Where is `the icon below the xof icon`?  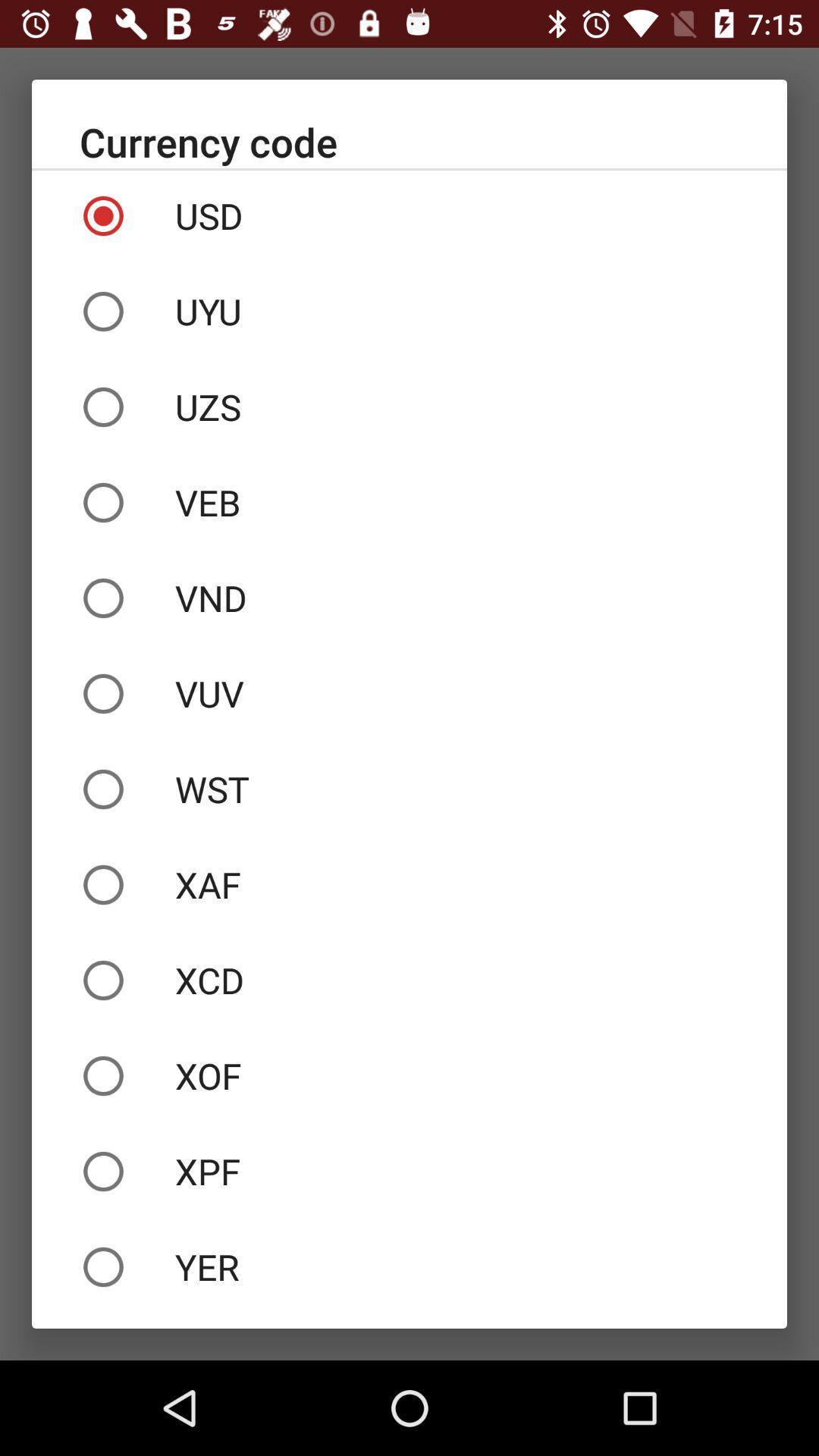 the icon below the xof icon is located at coordinates (409, 1171).